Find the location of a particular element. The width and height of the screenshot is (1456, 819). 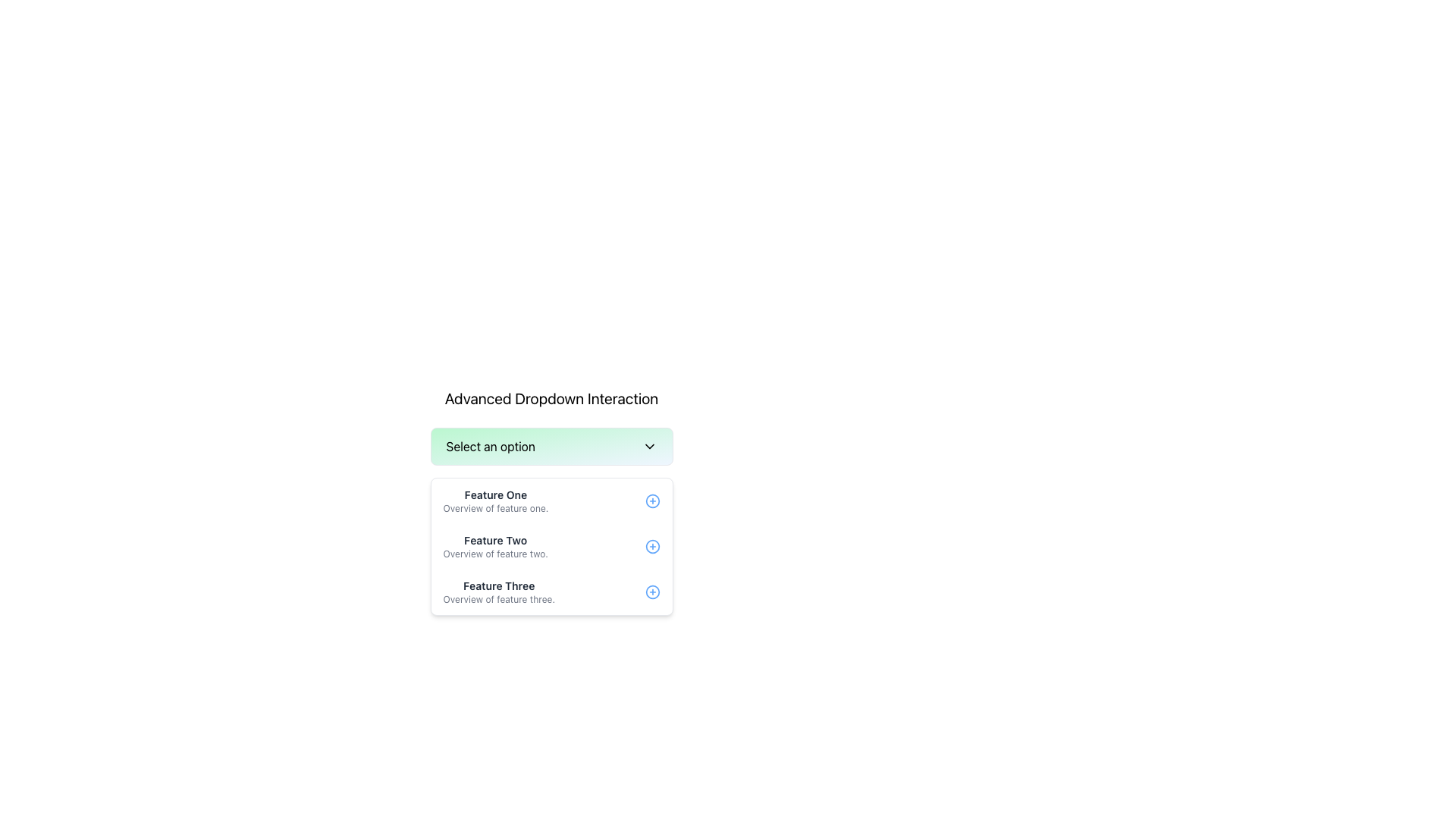

the text label reading 'Feature Three', which is a bold, dark gray heading located in the center of the dropdown's content area is located at coordinates (499, 585).